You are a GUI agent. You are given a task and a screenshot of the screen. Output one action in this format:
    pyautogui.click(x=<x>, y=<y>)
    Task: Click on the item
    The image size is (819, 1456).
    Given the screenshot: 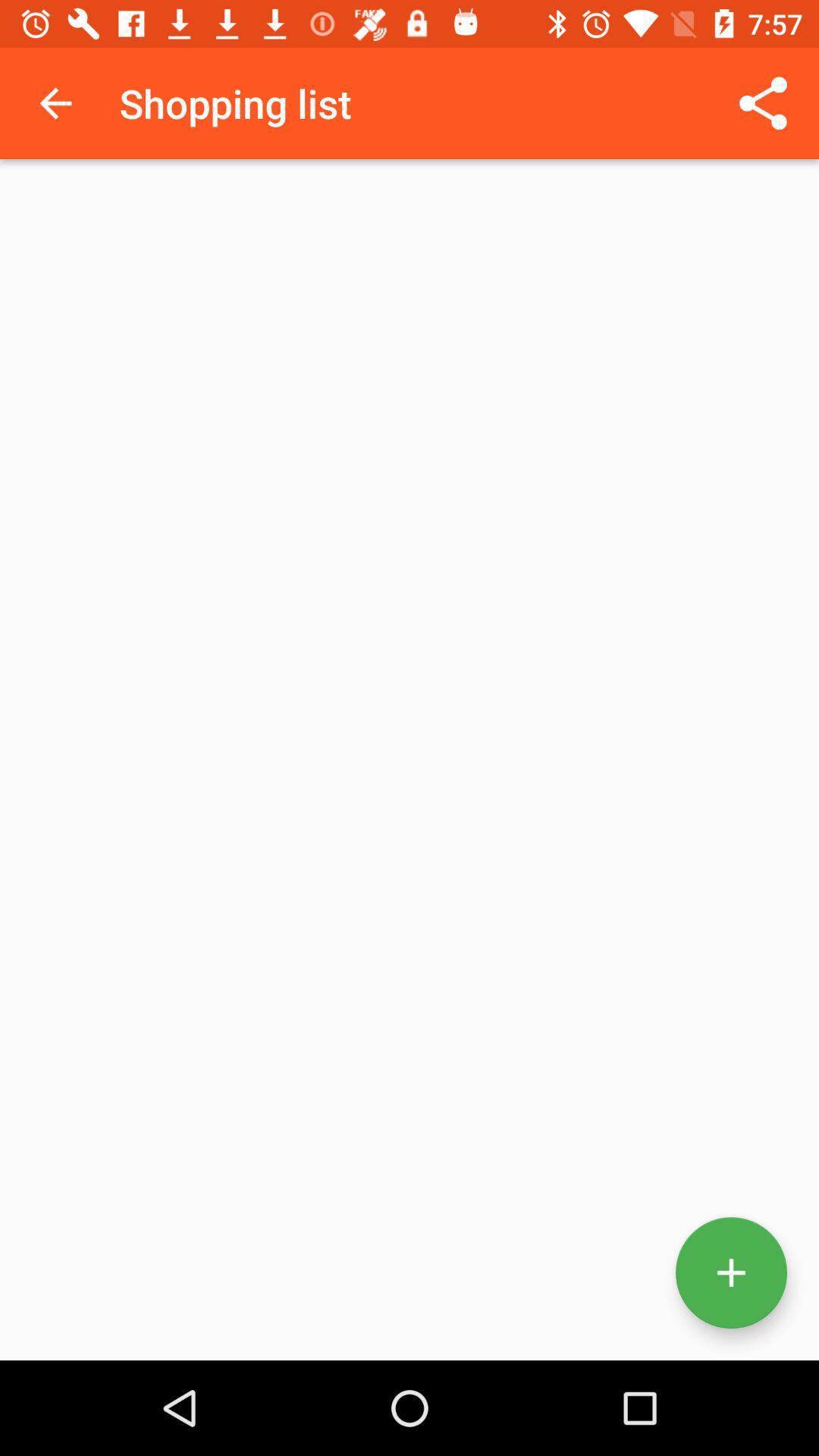 What is the action you would take?
    pyautogui.click(x=730, y=1272)
    